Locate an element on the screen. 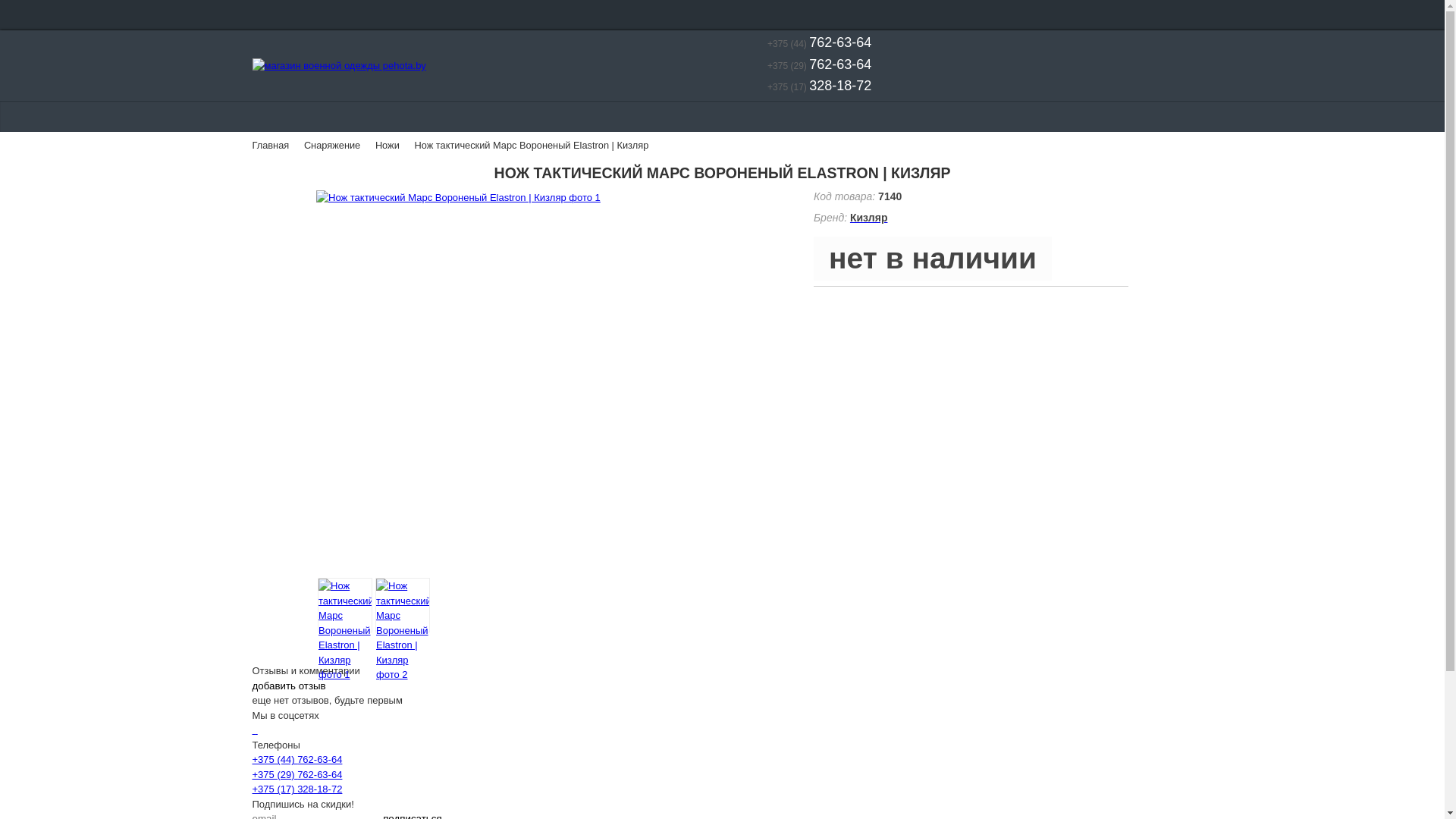 The width and height of the screenshot is (1456, 819). '+375 (44) 762-63-64' is located at coordinates (251, 759).